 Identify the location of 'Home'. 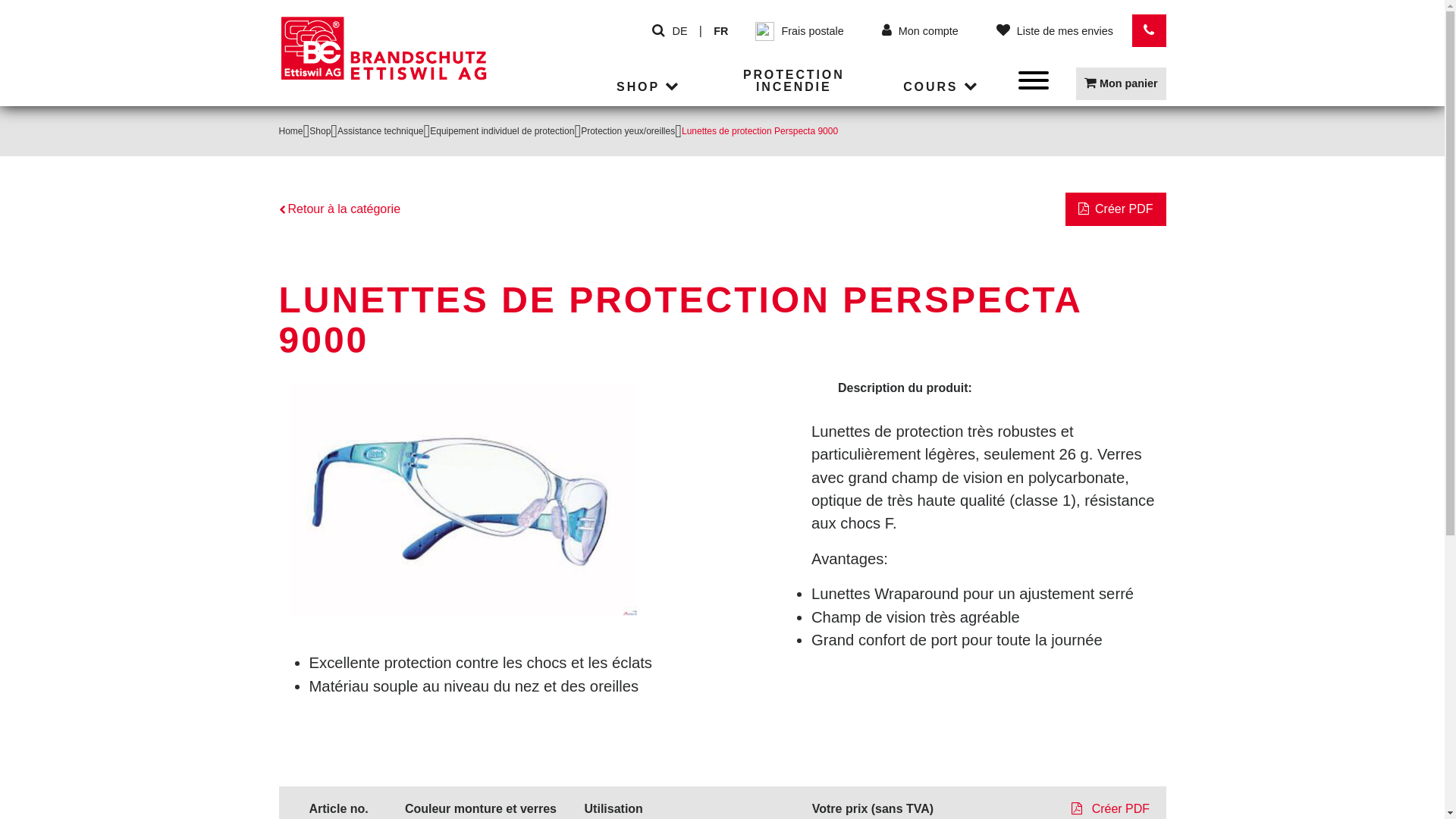
(291, 130).